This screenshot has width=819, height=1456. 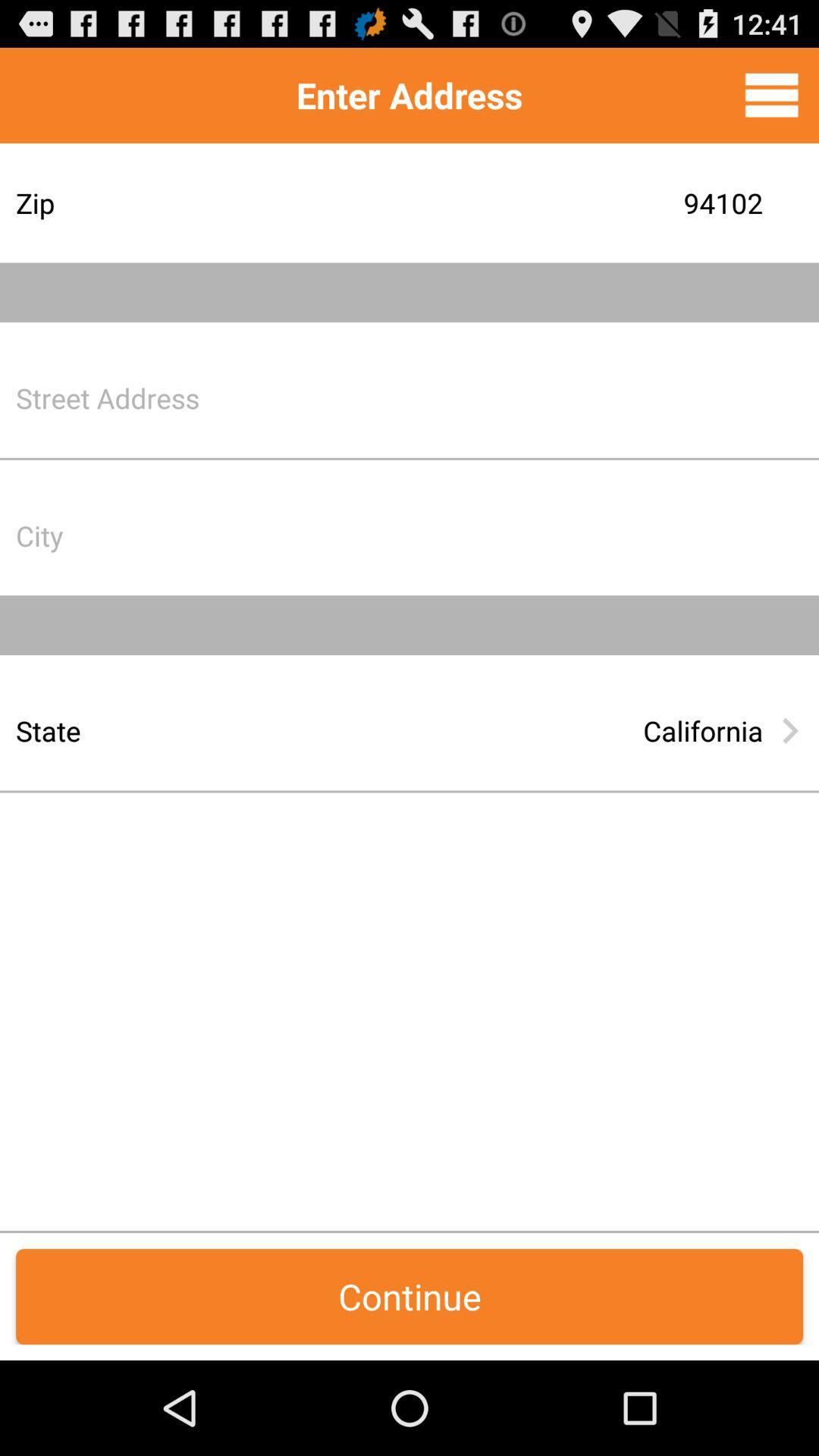 What do you see at coordinates (771, 94) in the screenshot?
I see `menu section` at bounding box center [771, 94].